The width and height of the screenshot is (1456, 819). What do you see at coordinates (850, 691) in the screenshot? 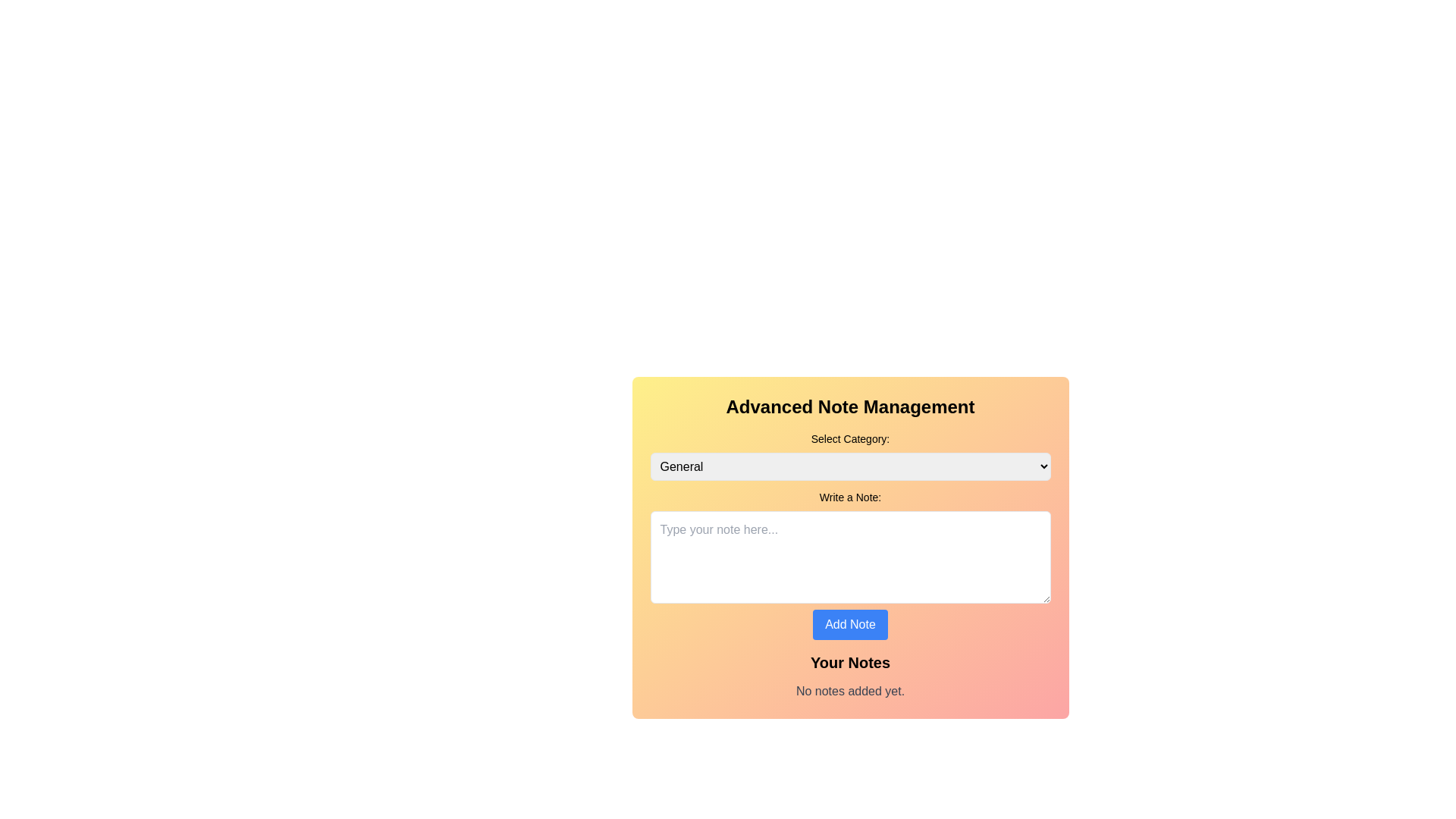
I see `the informational static text indicating that no notes have been added yet, located below the heading 'Your Notes.'` at bounding box center [850, 691].